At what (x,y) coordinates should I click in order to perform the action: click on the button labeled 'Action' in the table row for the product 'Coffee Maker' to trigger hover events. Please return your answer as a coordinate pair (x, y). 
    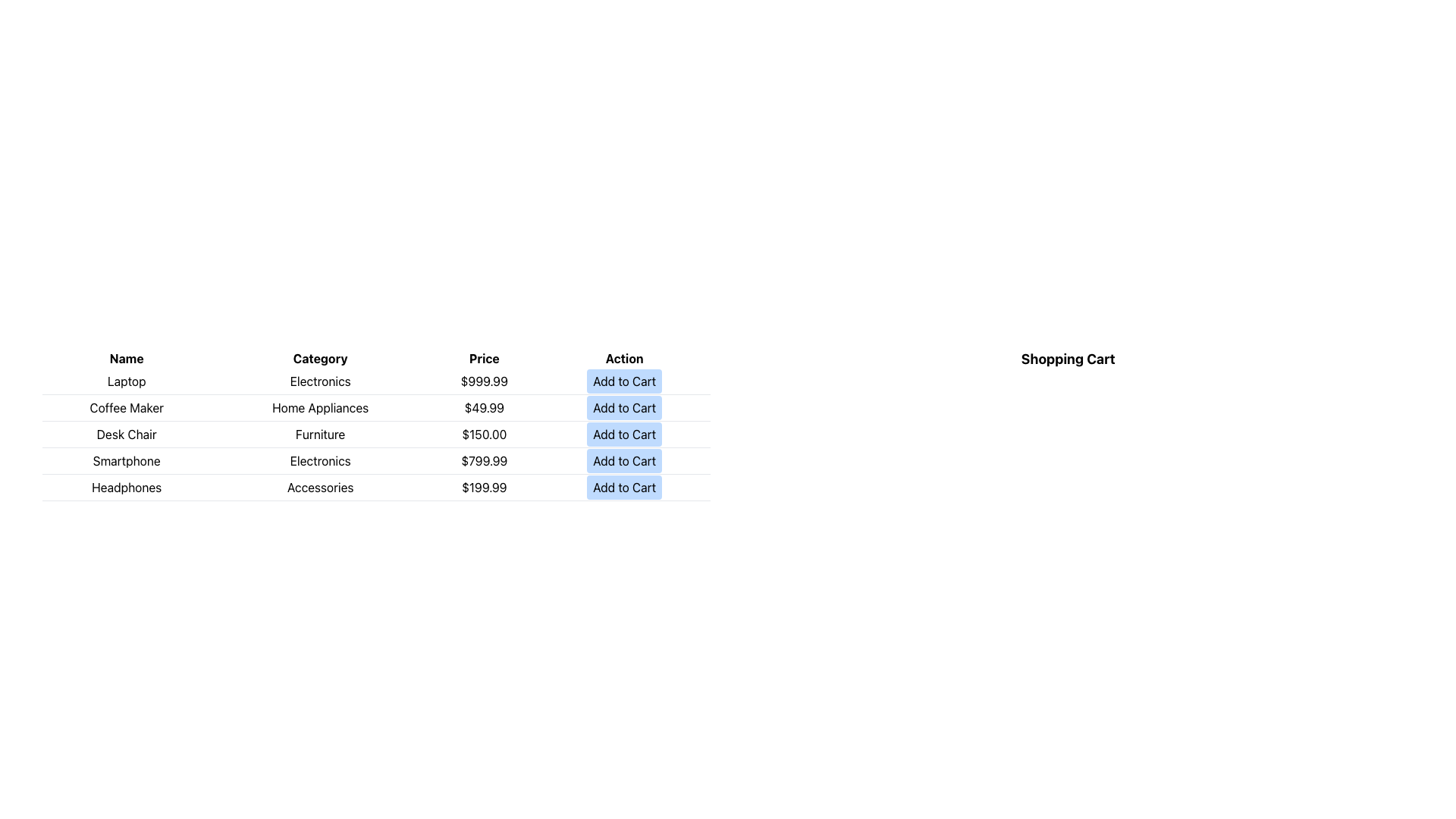
    Looking at the image, I should click on (624, 406).